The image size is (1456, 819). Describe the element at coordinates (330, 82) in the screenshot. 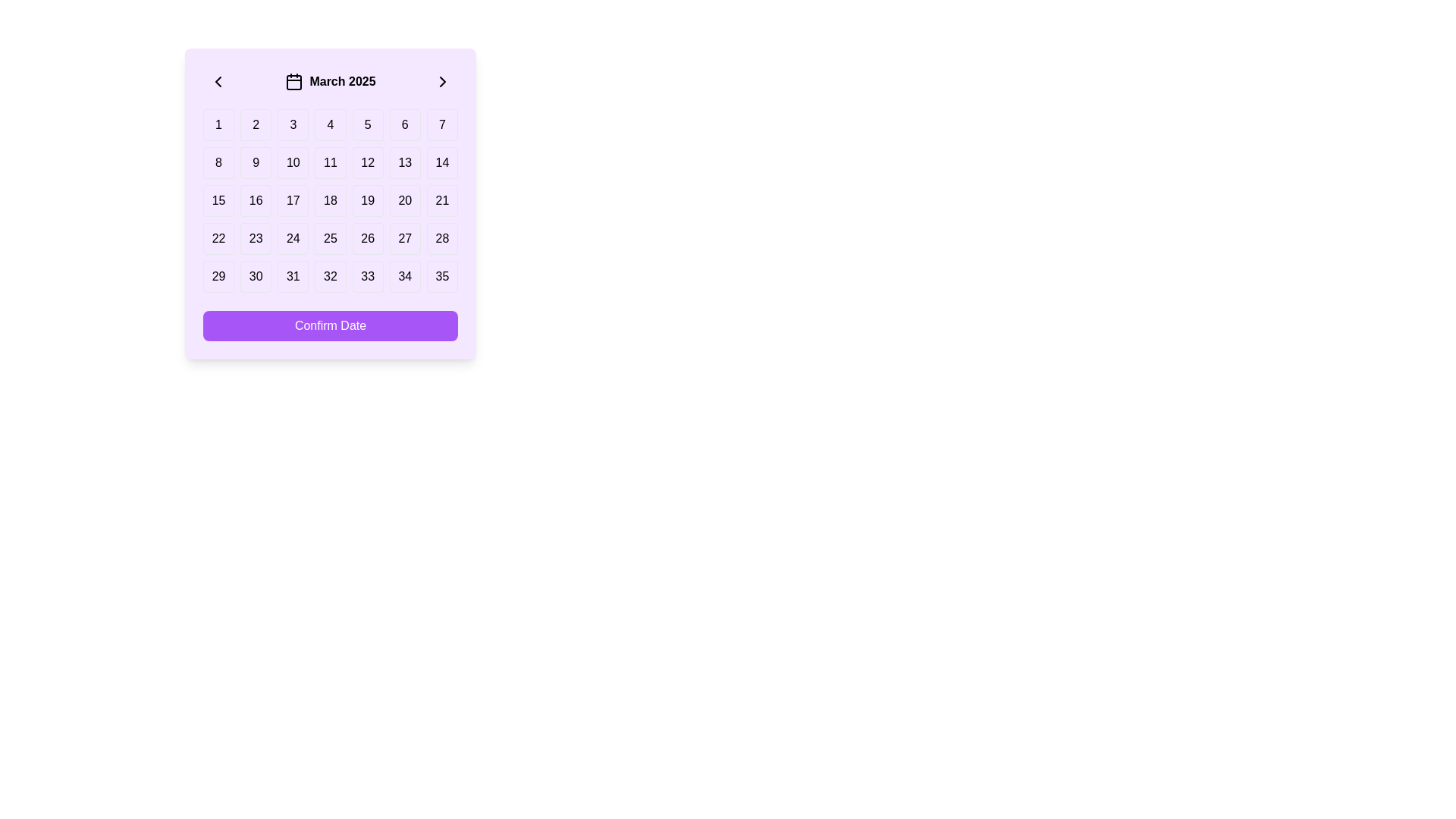

I see `the text element that displays the currently selected month and year in the calendar view, located at the top horizontal row of the date picker interface` at that location.